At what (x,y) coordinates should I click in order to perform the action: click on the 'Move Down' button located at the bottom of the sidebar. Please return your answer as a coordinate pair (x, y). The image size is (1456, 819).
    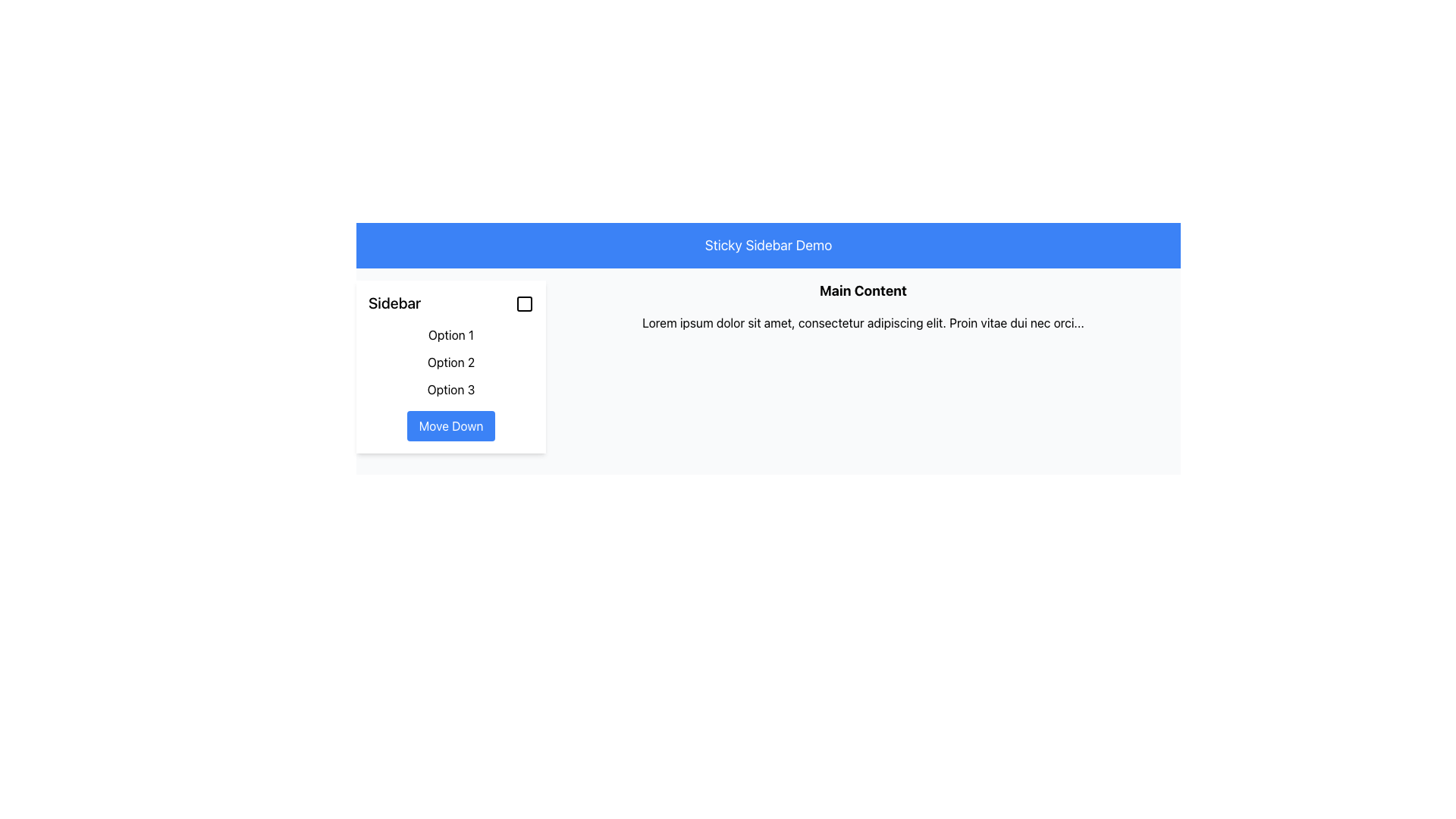
    Looking at the image, I should click on (450, 426).